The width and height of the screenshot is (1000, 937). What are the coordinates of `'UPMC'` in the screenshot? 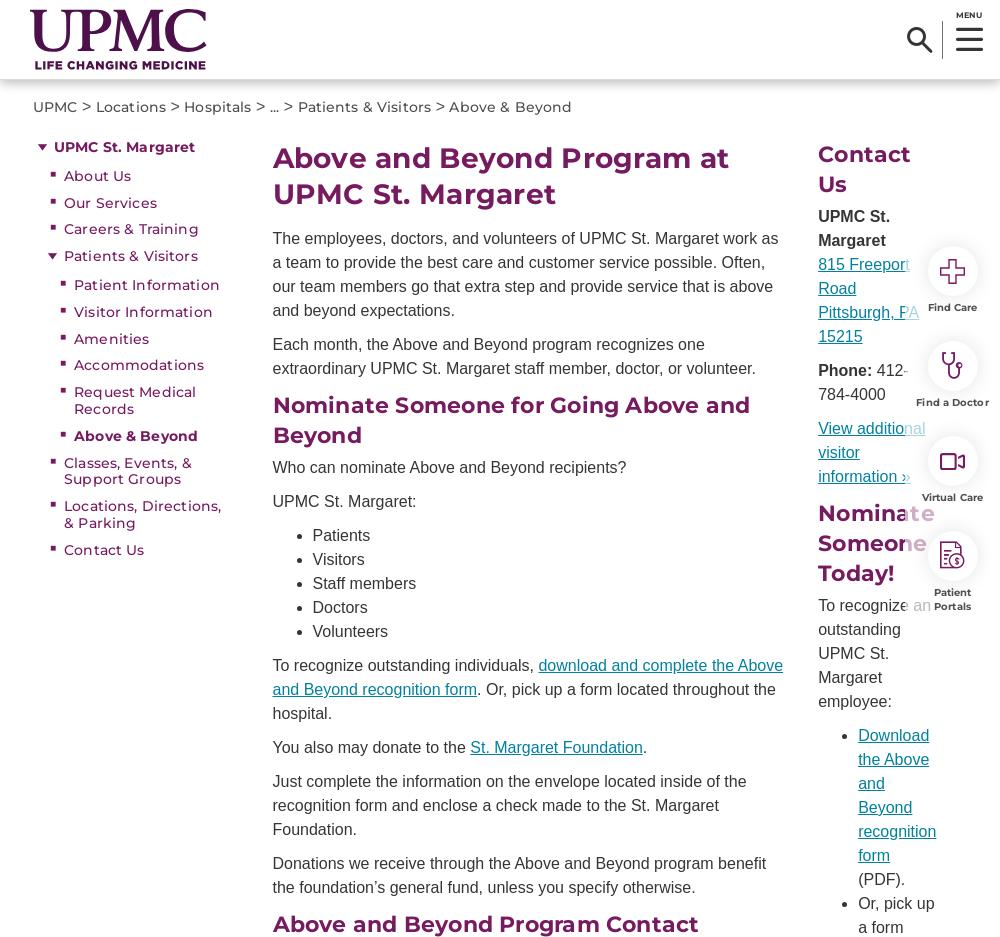 It's located at (55, 106).